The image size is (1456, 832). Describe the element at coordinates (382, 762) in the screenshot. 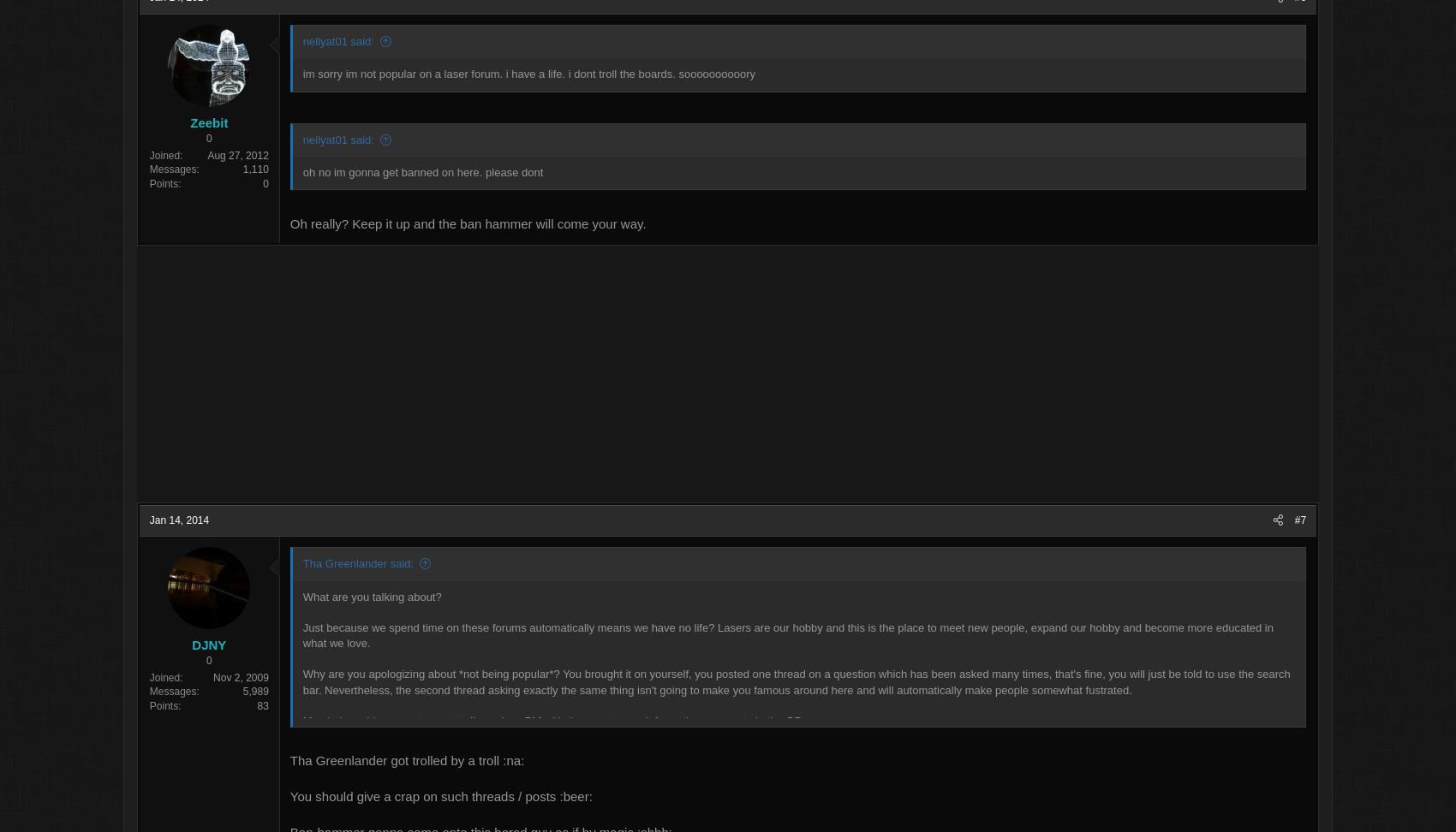

I see `'Tha Greenlander got trolled by a troll :na:'` at that location.